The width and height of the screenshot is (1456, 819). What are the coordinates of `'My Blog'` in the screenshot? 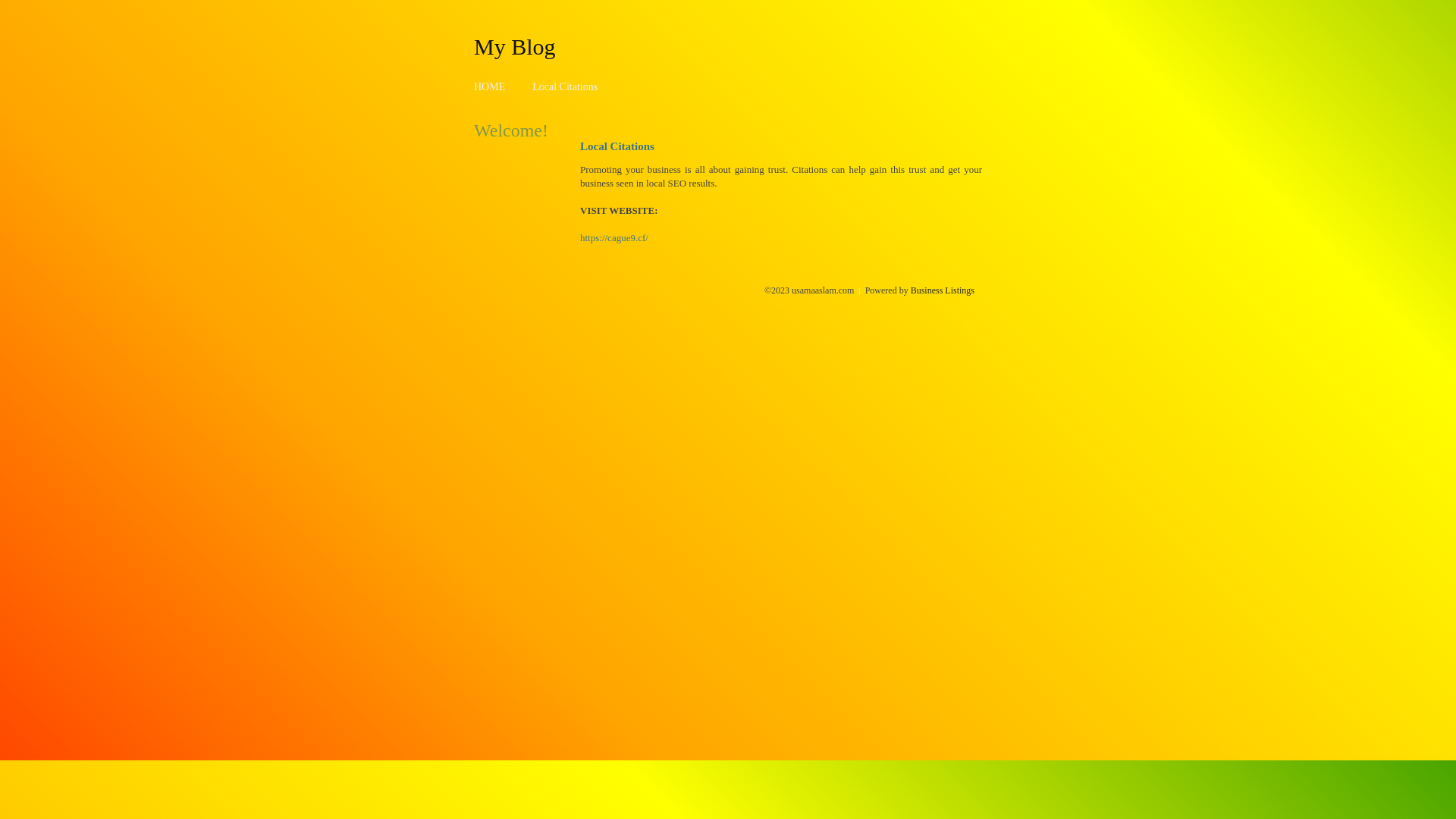 It's located at (514, 45).